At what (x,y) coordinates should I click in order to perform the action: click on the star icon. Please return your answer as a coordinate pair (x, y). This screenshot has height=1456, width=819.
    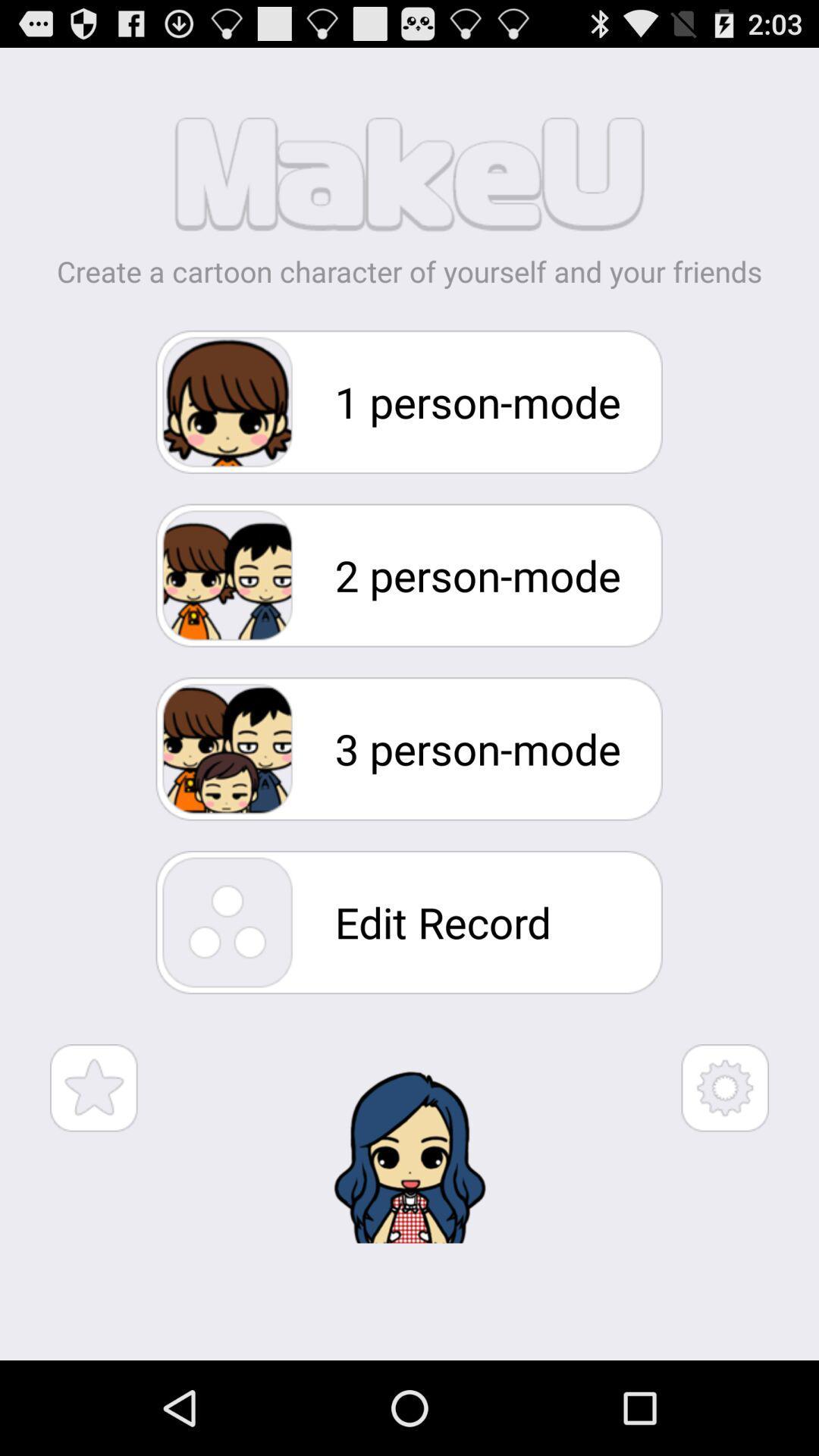
    Looking at the image, I should click on (93, 1163).